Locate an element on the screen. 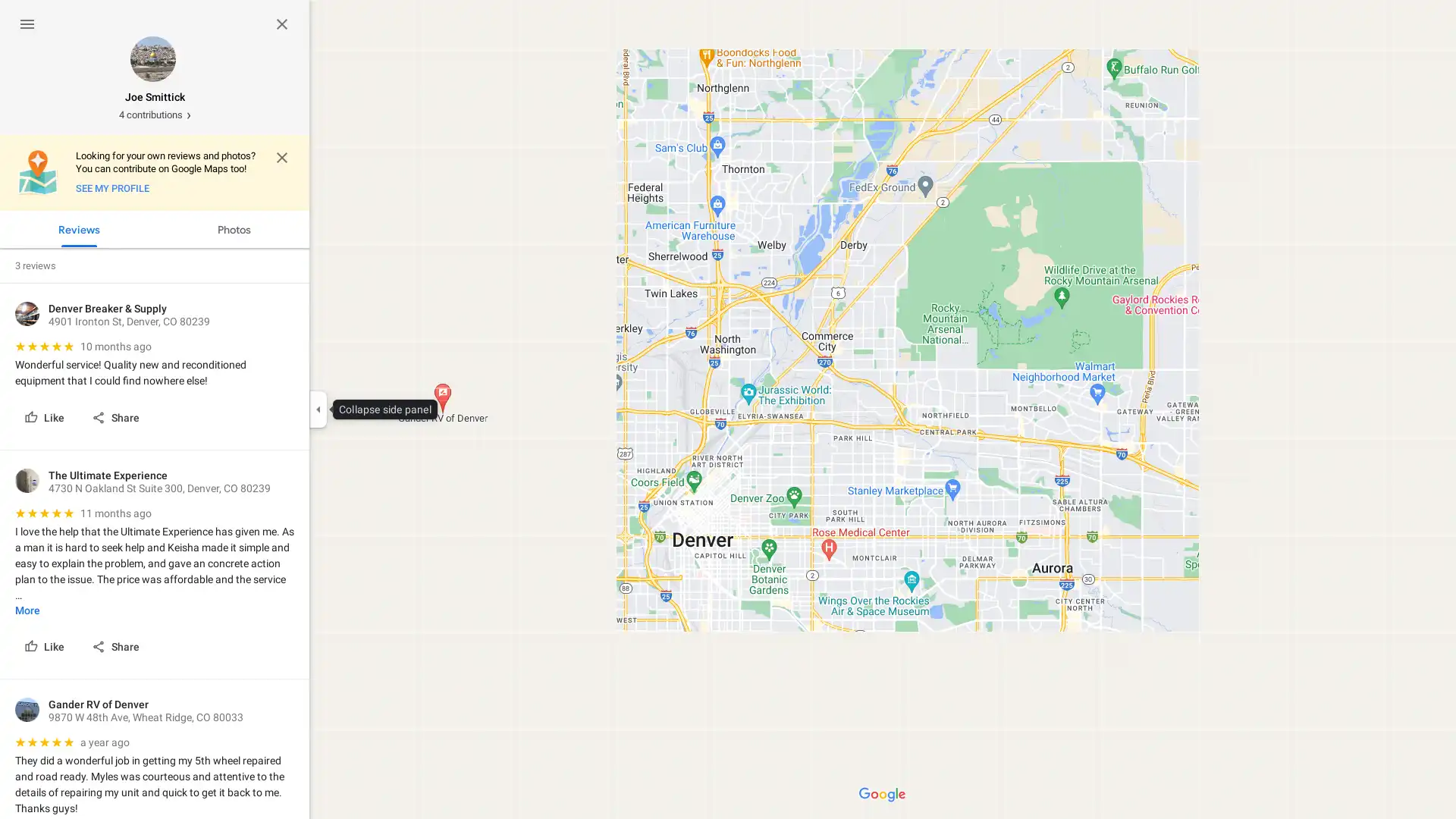 The width and height of the screenshot is (1456, 819). Mark Denver Breaker & Supply's review as helpful. is located at coordinates (45, 417).